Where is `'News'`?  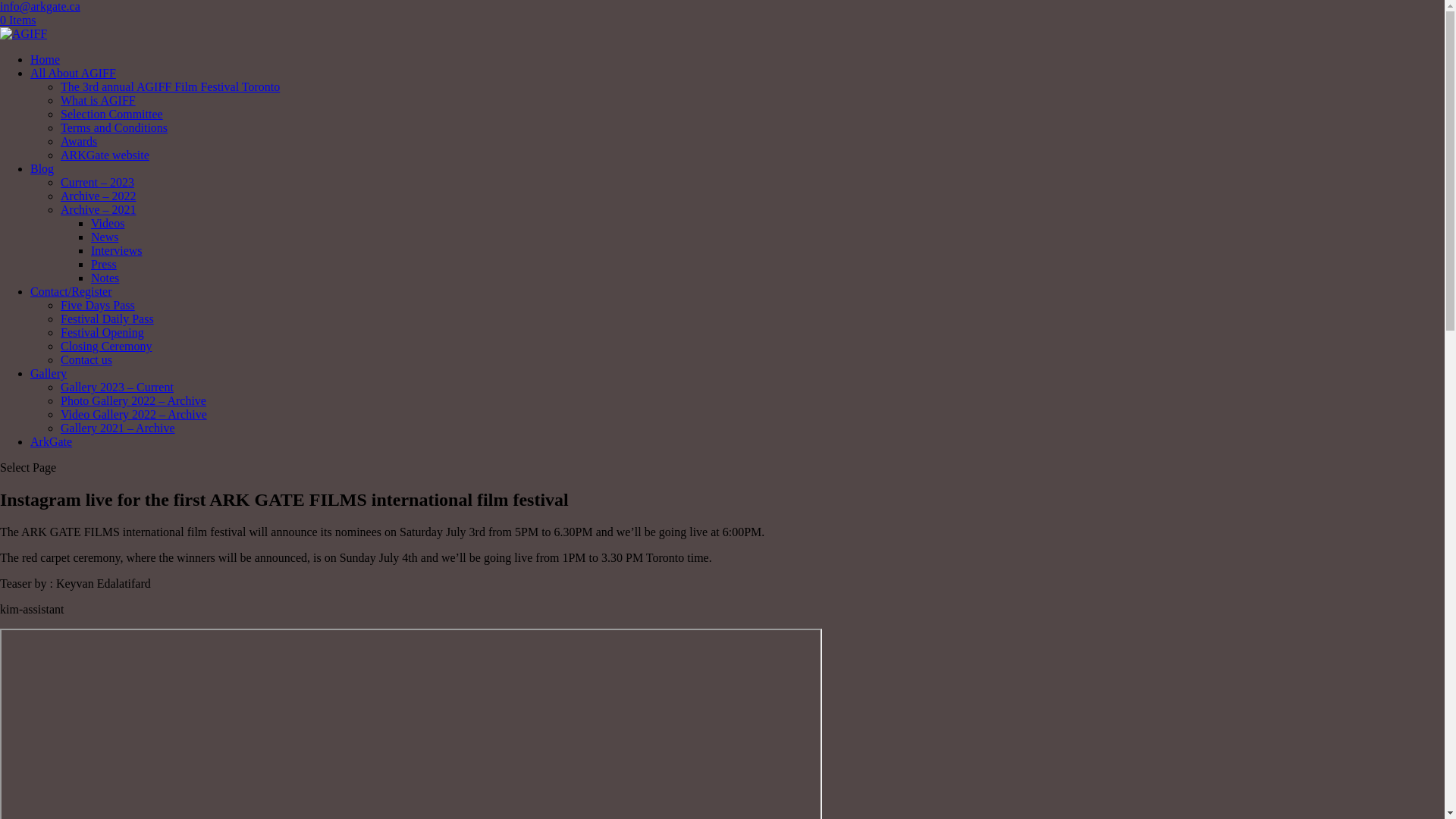
'News' is located at coordinates (104, 237).